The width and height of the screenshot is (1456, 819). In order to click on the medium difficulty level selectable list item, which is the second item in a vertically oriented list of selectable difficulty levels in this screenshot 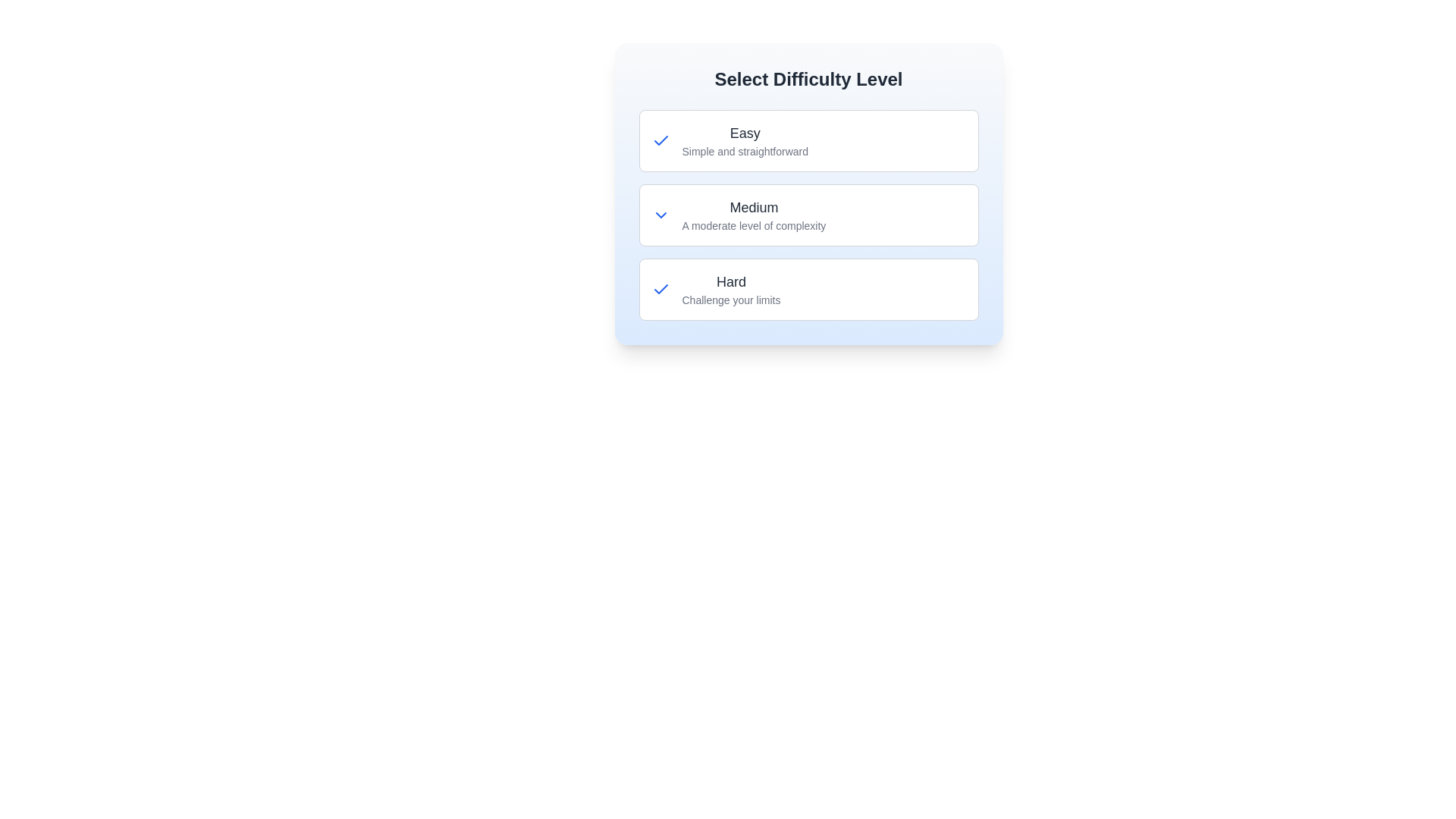, I will do `click(754, 215)`.